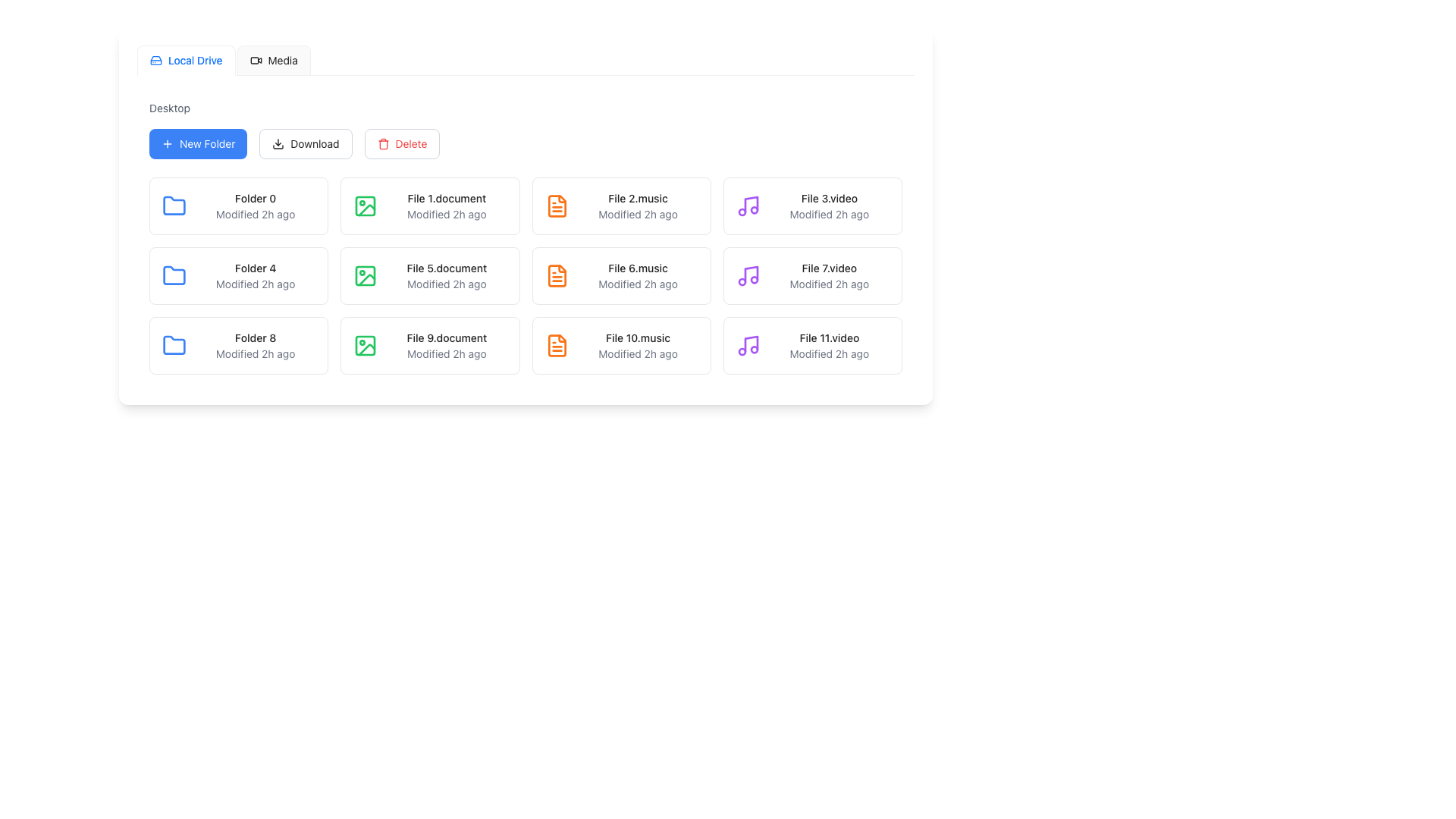 The width and height of the screenshot is (1456, 819). Describe the element at coordinates (556, 275) in the screenshot. I see `the music file icon representing 'File 6.music', located in the second row and third column under the 'Desktop' section` at that location.